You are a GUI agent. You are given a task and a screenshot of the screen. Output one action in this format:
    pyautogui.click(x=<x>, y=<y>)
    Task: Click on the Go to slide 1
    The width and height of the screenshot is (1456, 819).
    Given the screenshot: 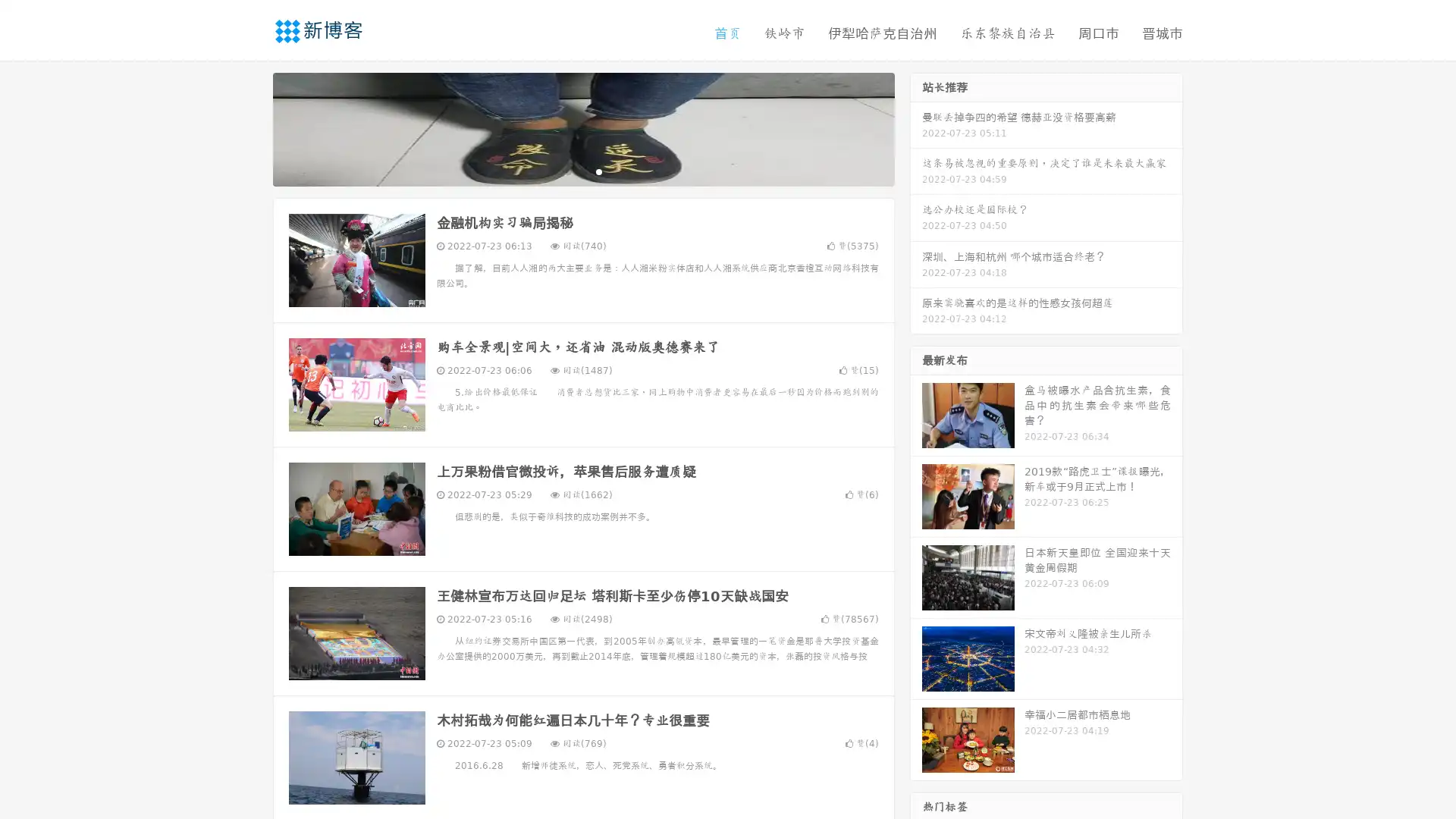 What is the action you would take?
    pyautogui.click(x=567, y=171)
    